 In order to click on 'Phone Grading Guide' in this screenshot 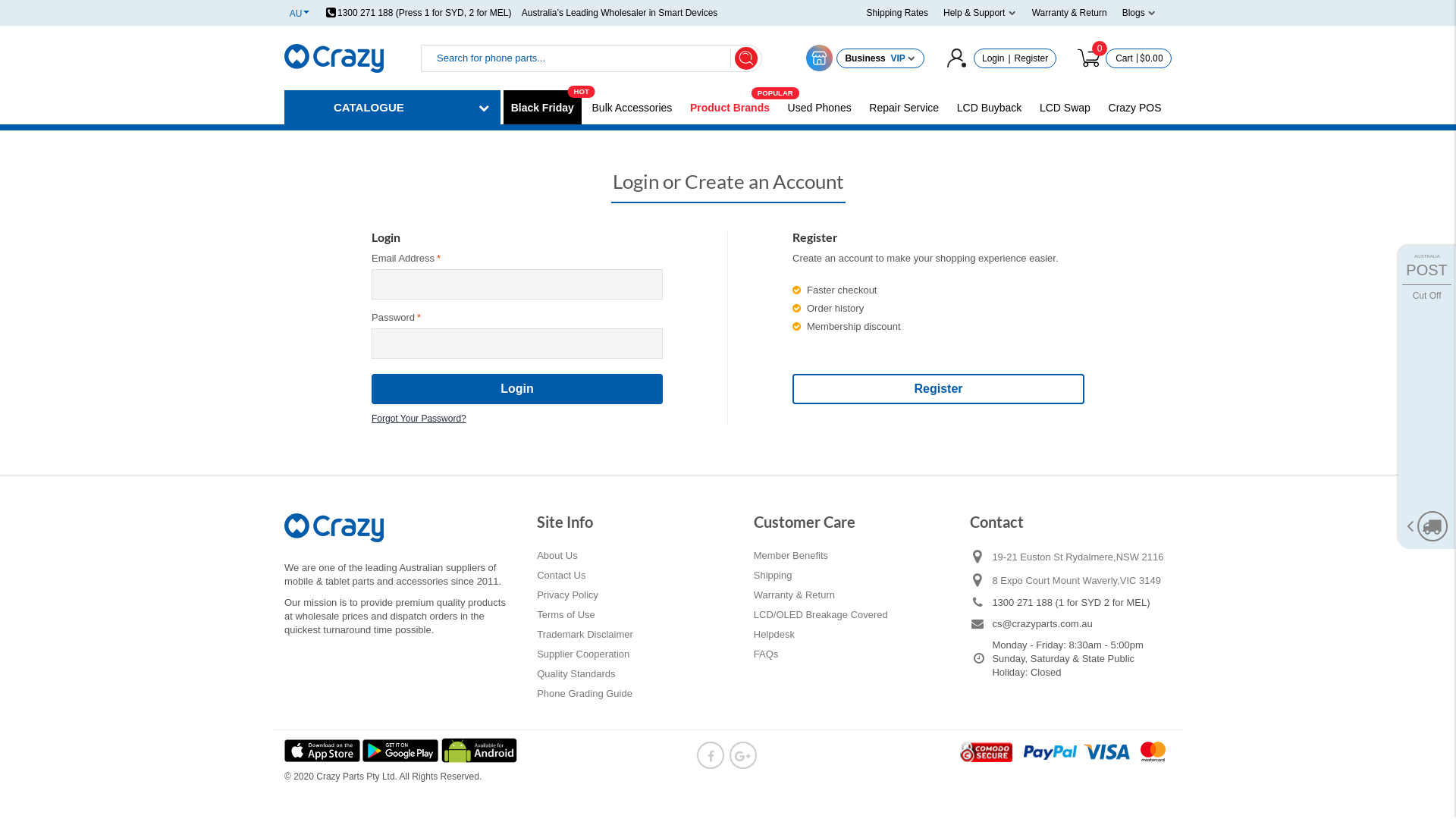, I will do `click(584, 693)`.